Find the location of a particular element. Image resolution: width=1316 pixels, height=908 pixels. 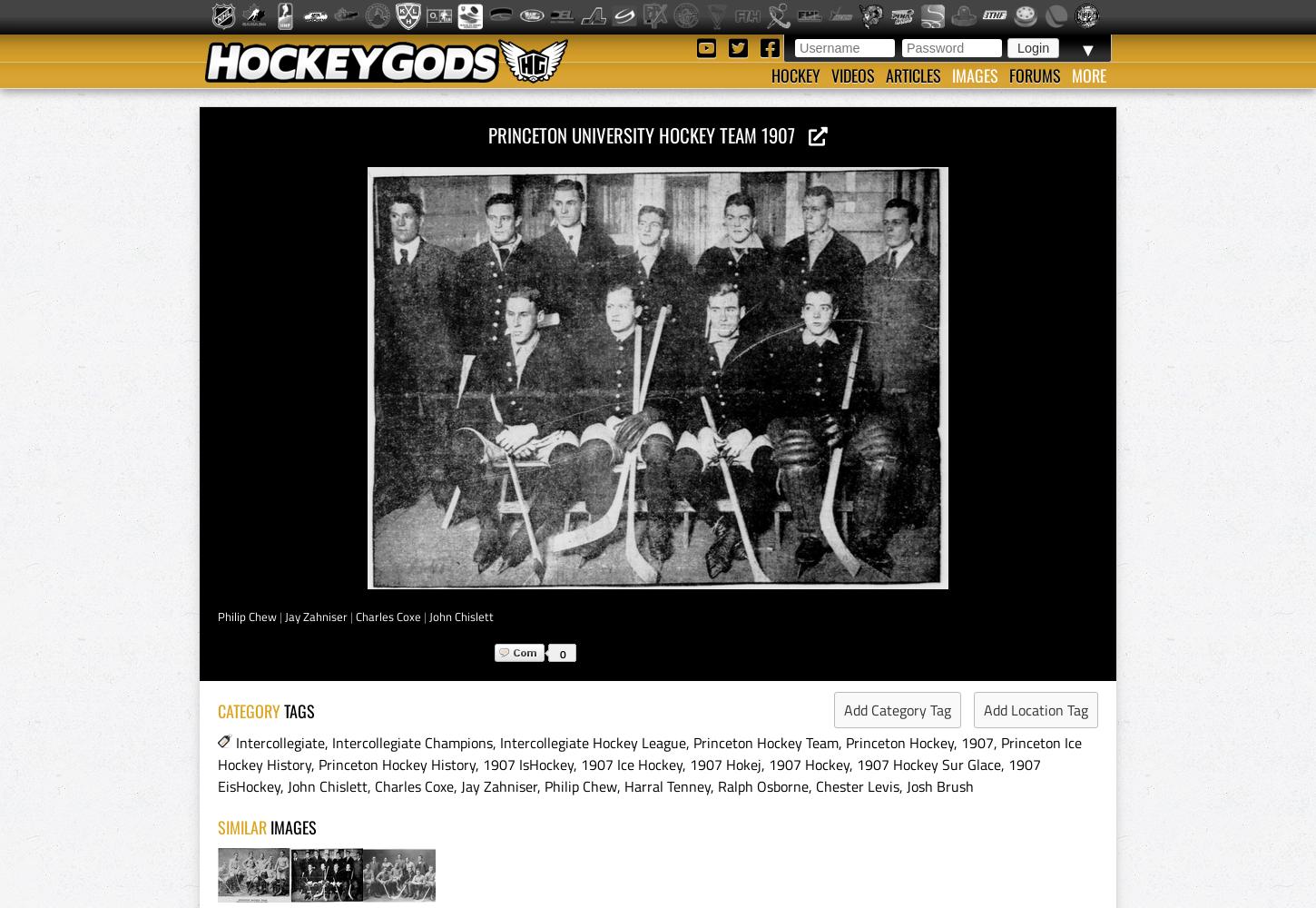

'IMAGES' is located at coordinates (293, 827).